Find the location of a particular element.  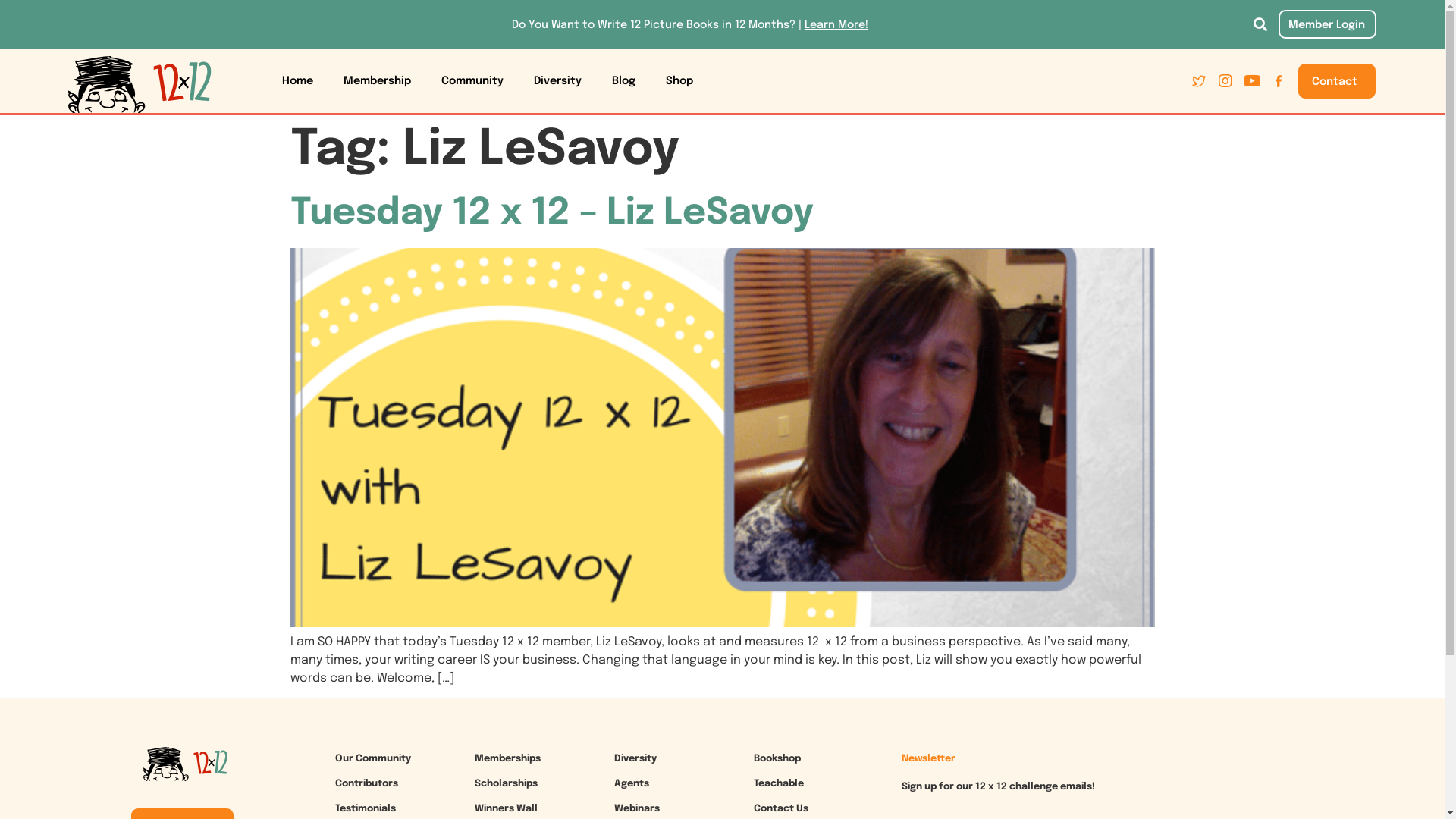

'Learn' is located at coordinates (818, 25).